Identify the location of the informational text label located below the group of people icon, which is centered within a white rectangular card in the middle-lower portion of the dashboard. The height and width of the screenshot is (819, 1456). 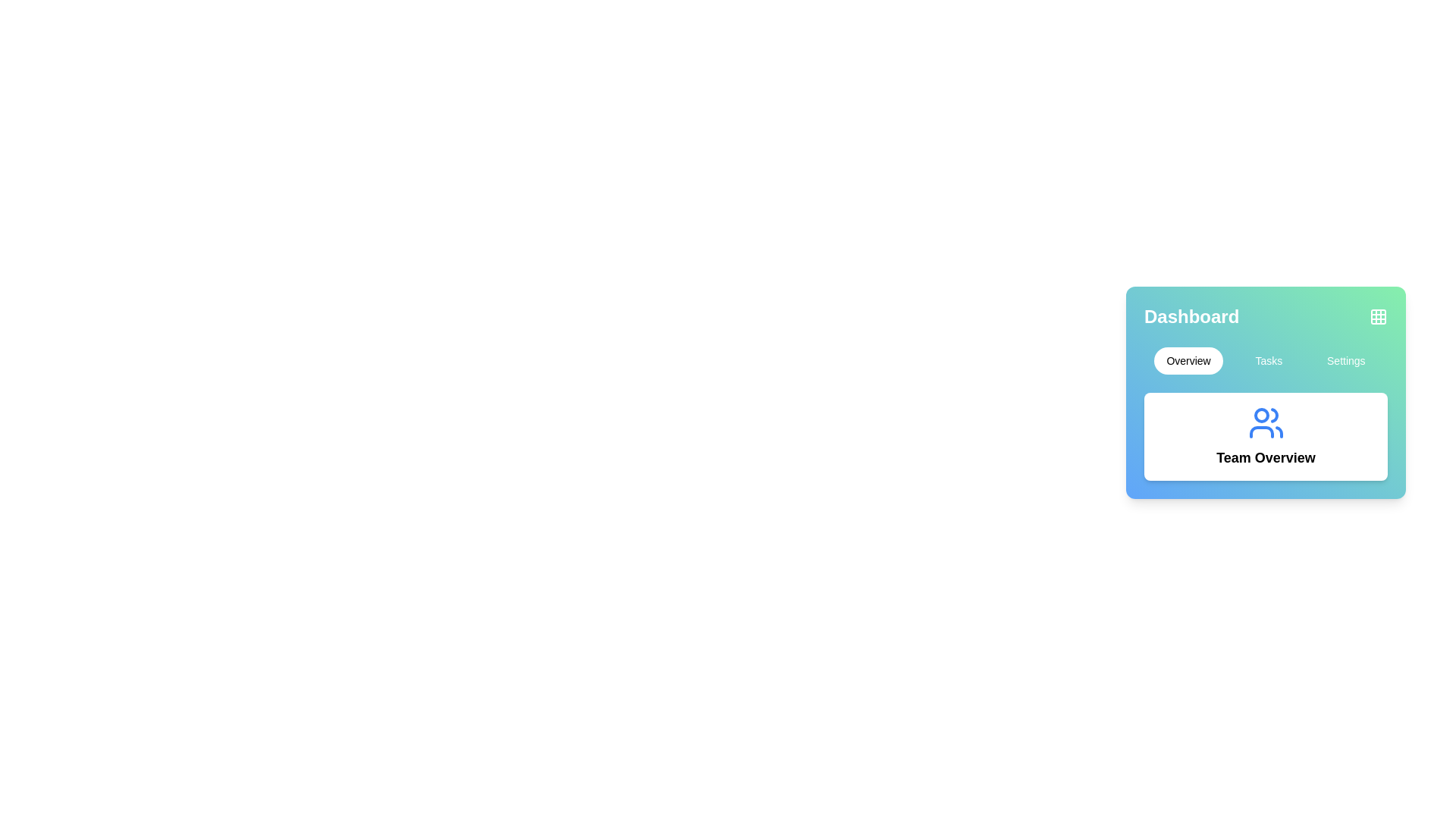
(1266, 457).